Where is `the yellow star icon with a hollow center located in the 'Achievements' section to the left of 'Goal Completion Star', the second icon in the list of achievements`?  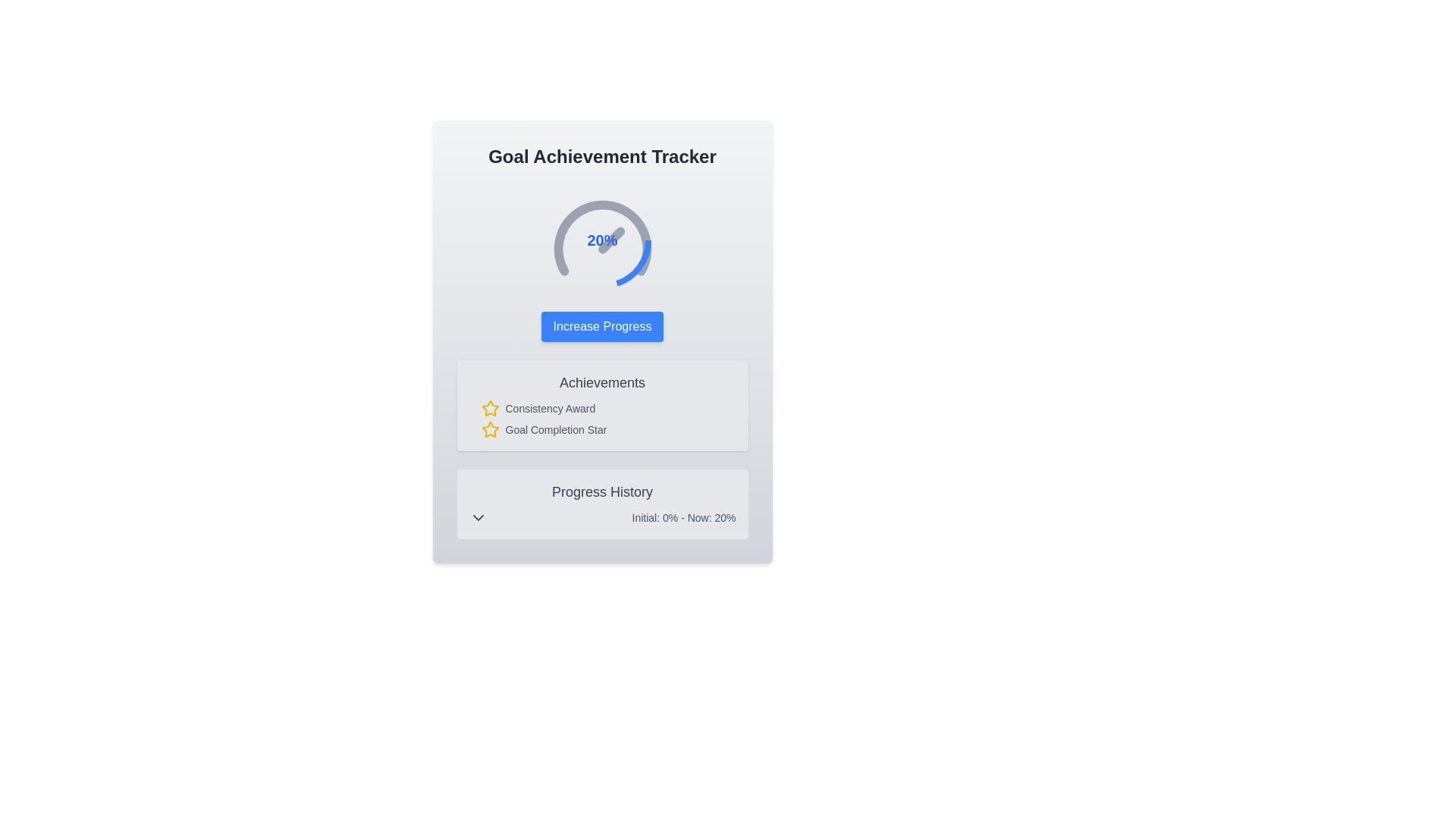 the yellow star icon with a hollow center located in the 'Achievements' section to the left of 'Goal Completion Star', the second icon in the list of achievements is located at coordinates (490, 430).